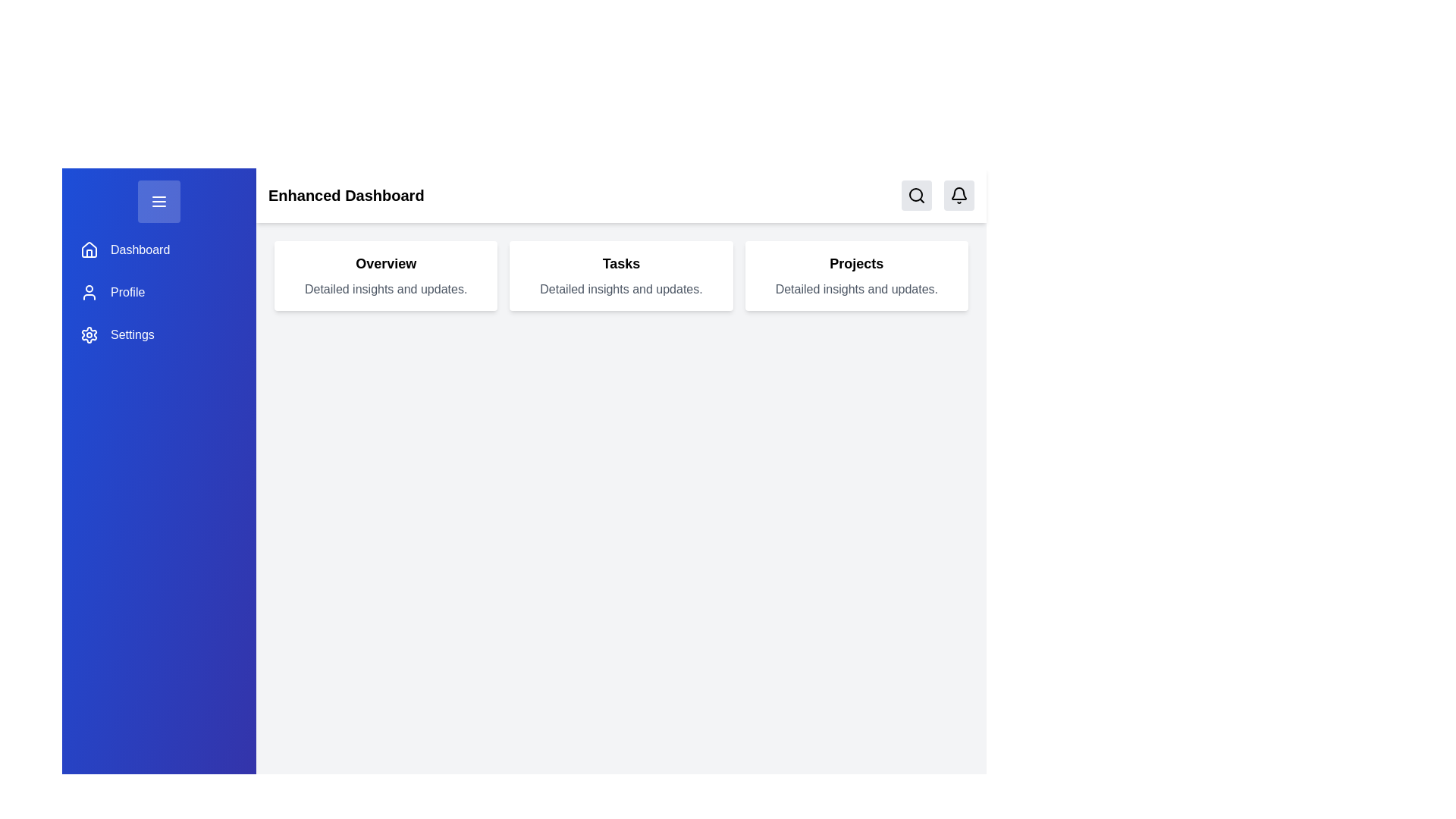  What do you see at coordinates (159, 249) in the screenshot?
I see `the Navigational Link that consists of a house icon and the word 'Dashboard' in white, which is highlighted on hover, located in the sidebar menu` at bounding box center [159, 249].